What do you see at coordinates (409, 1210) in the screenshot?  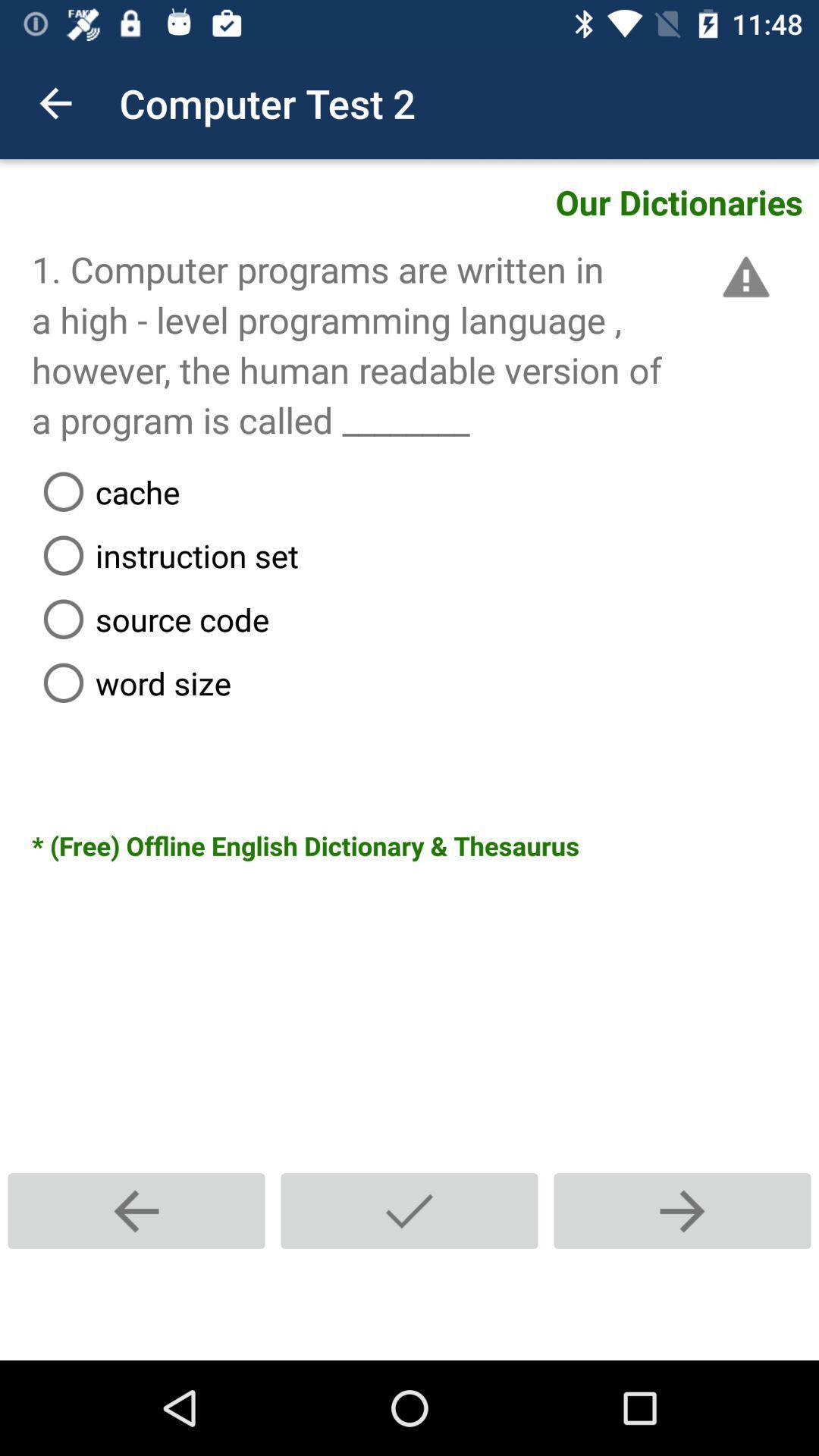 I see `item below the free offline english item` at bounding box center [409, 1210].